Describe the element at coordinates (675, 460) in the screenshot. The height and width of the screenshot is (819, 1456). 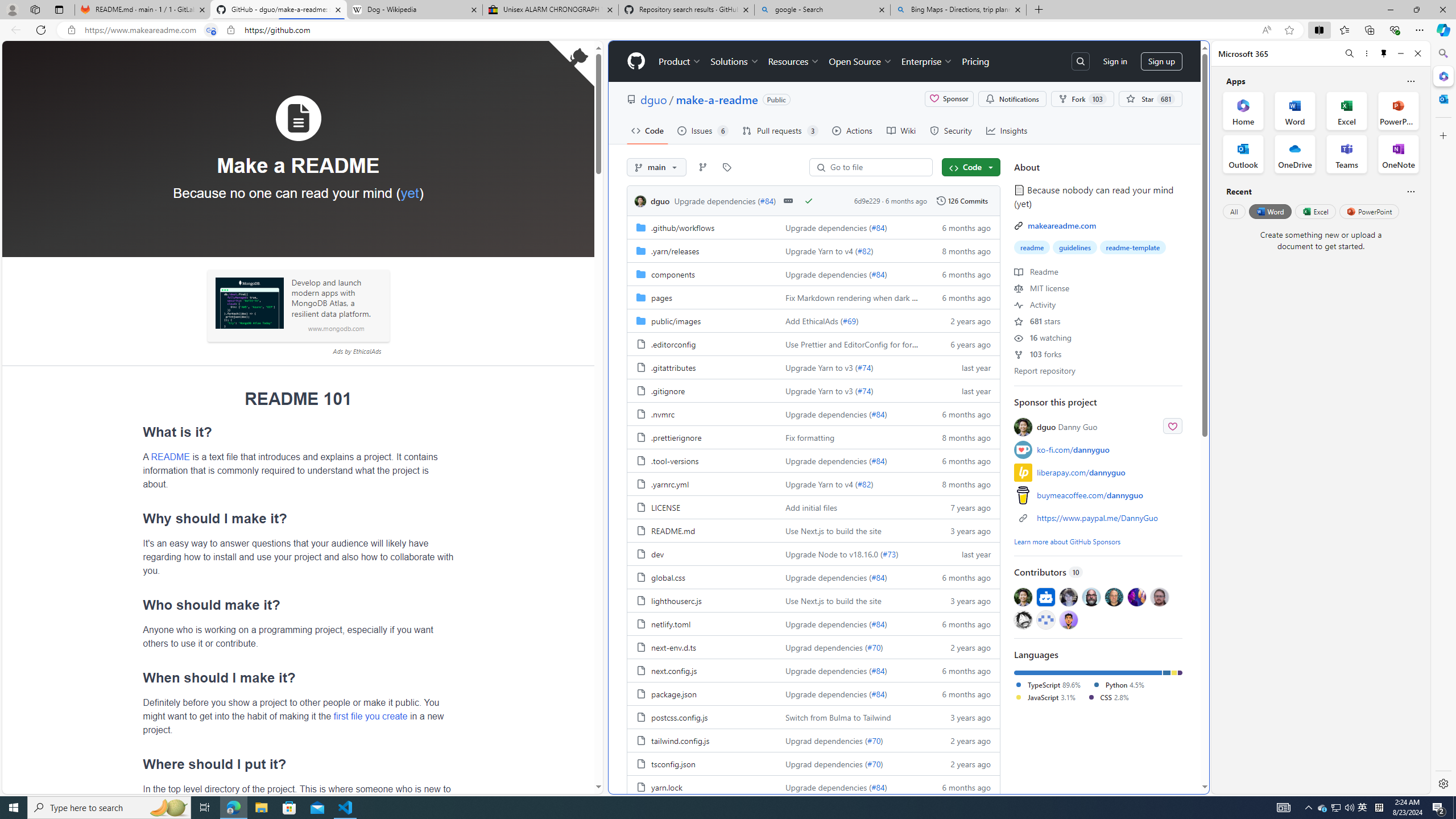
I see `'.tool-versions, (File)'` at that location.